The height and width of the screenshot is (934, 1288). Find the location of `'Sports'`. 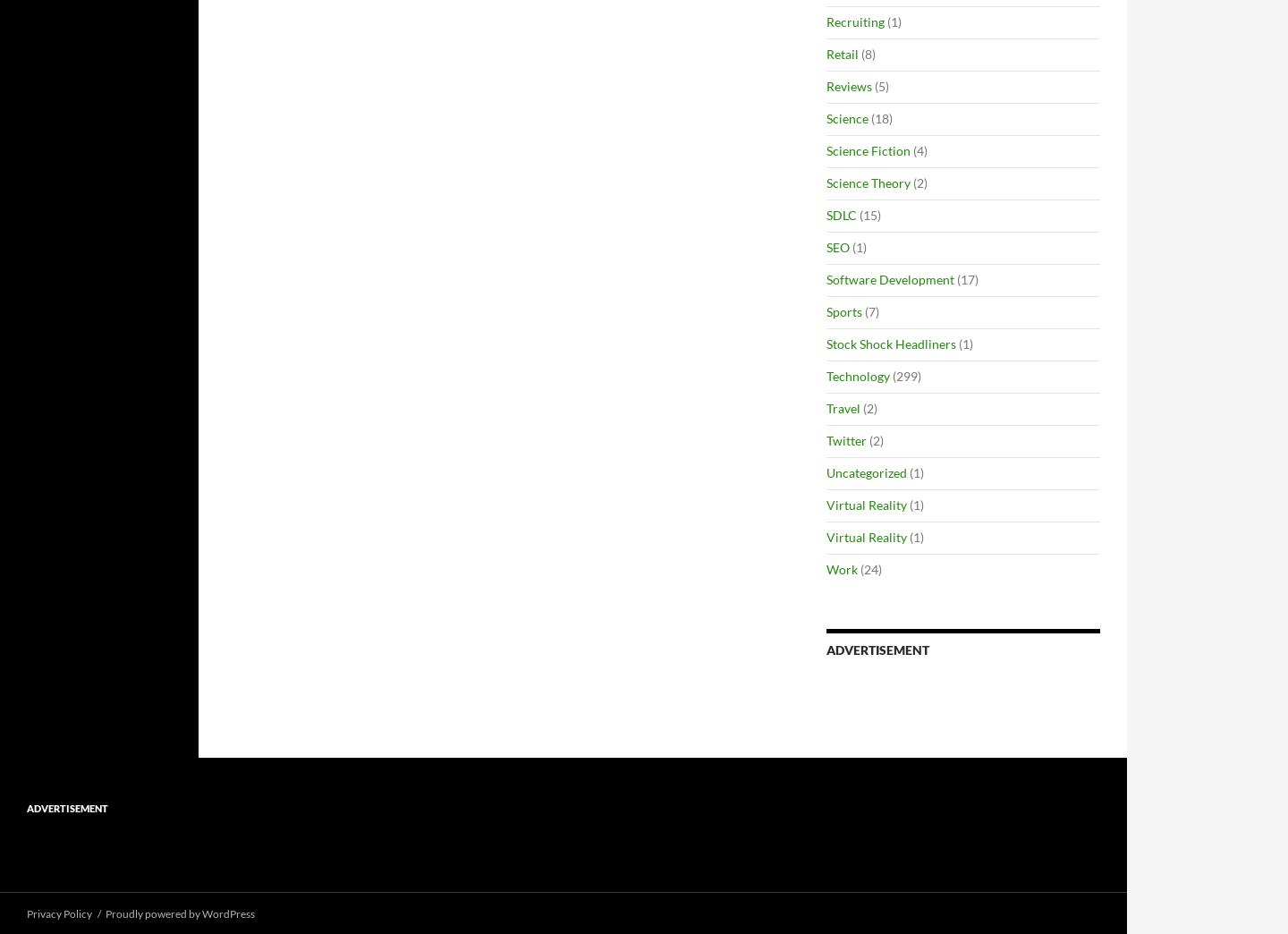

'Sports' is located at coordinates (844, 311).